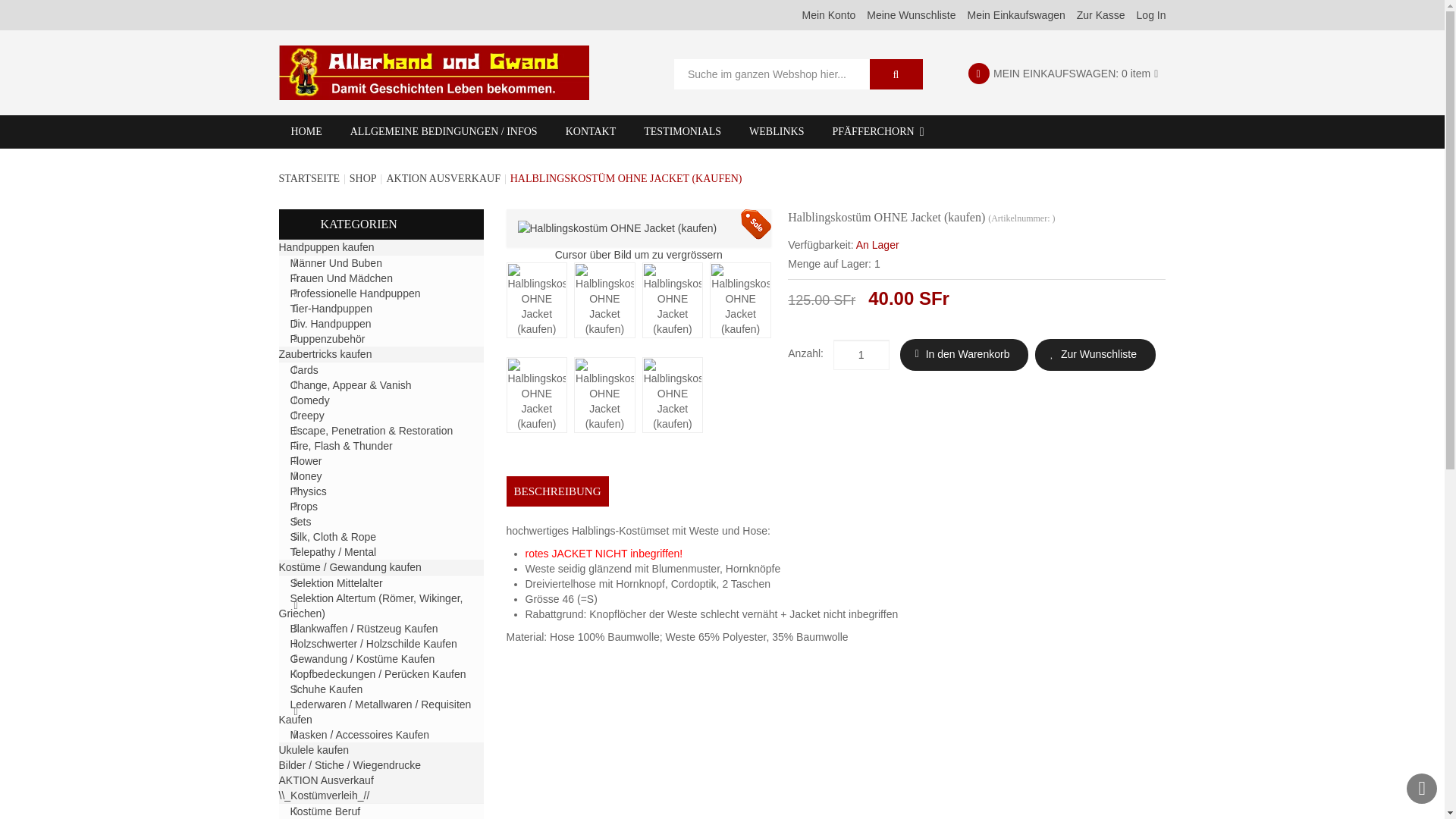 This screenshot has height=819, width=1456. Describe the element at coordinates (331, 536) in the screenshot. I see `'Silk, Cloth & Rope'` at that location.